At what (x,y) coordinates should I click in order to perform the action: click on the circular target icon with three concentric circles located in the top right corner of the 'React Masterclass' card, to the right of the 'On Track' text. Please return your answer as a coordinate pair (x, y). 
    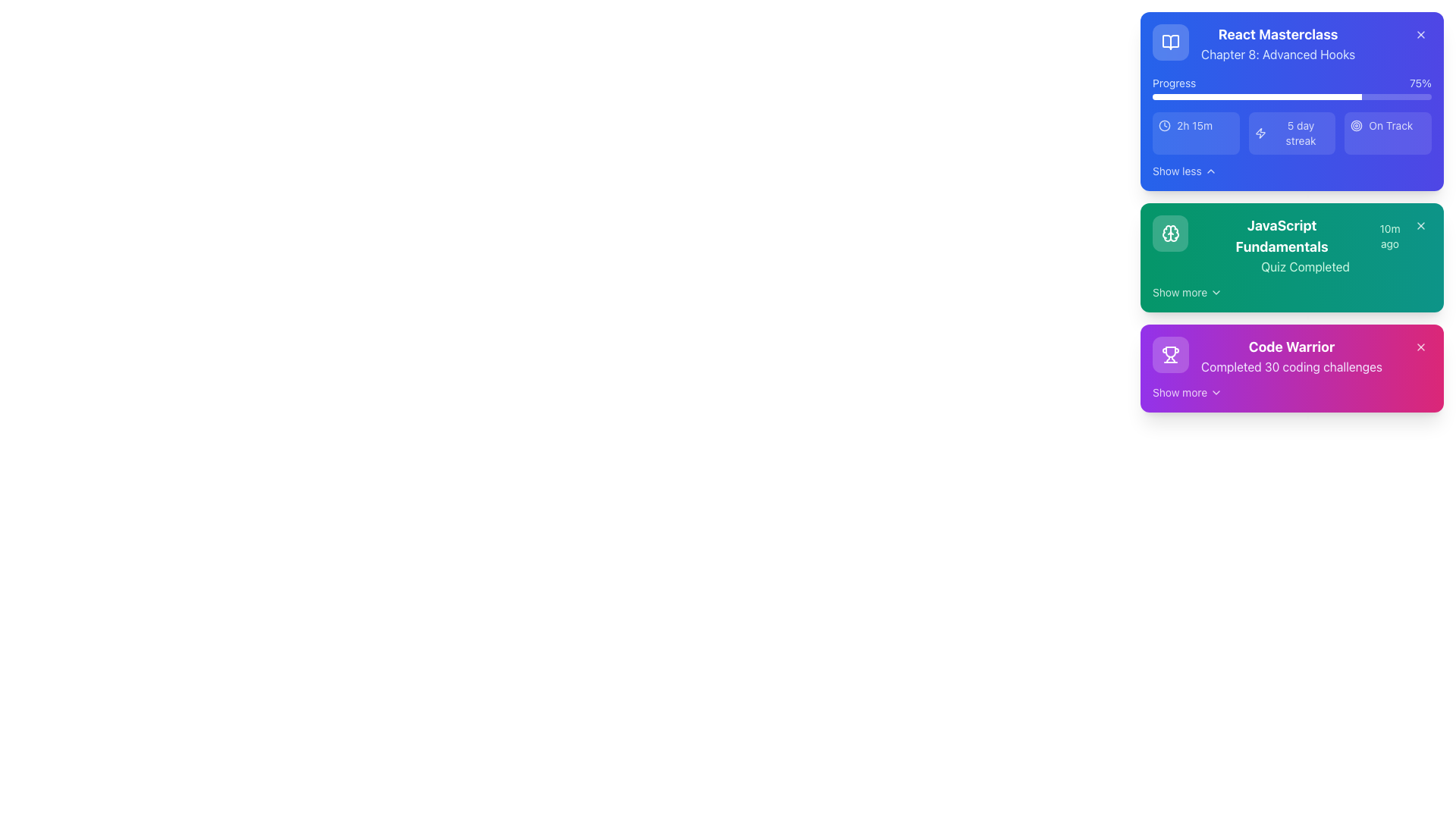
    Looking at the image, I should click on (1357, 124).